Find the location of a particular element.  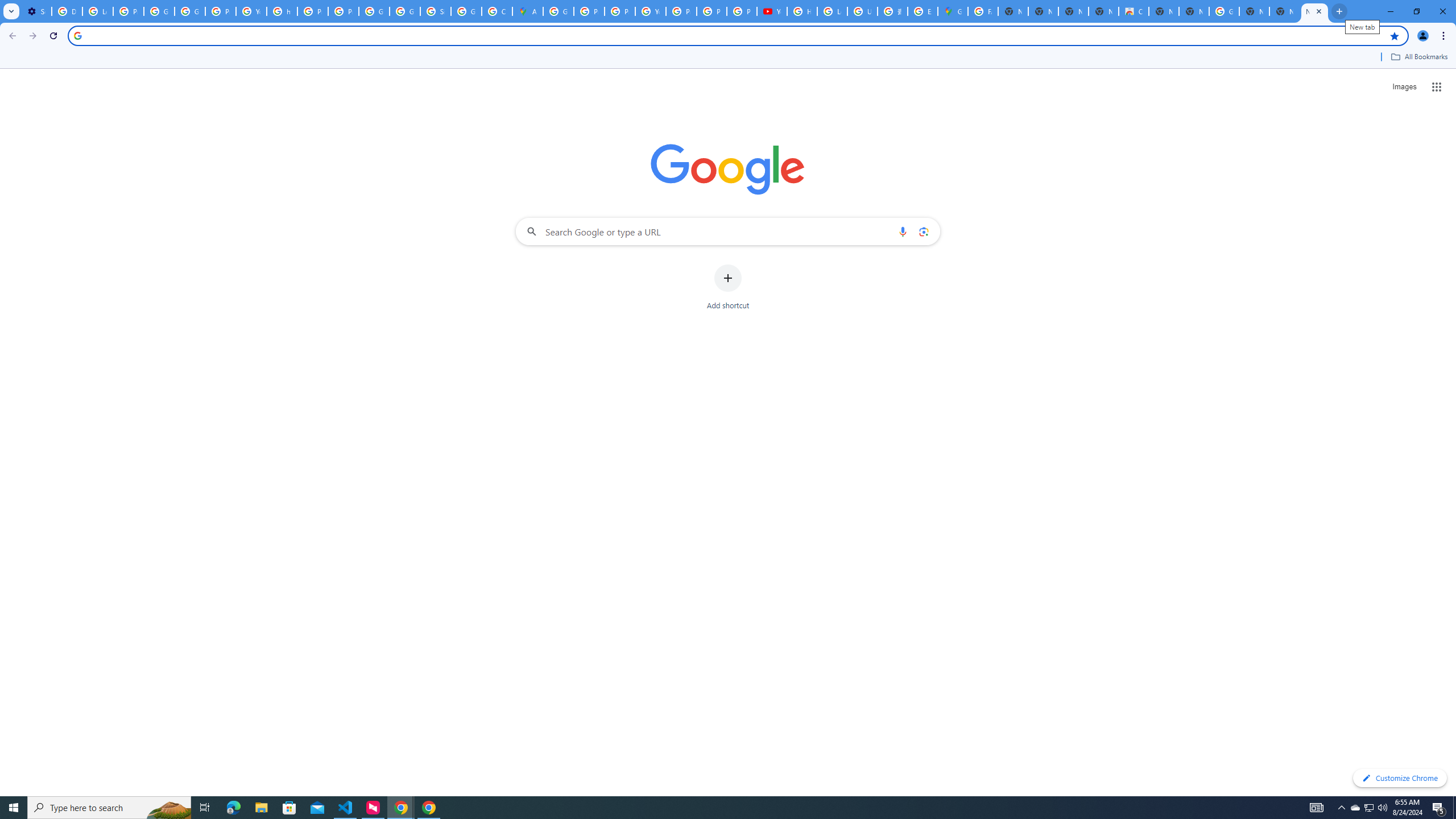

'Search by image' is located at coordinates (923, 230).